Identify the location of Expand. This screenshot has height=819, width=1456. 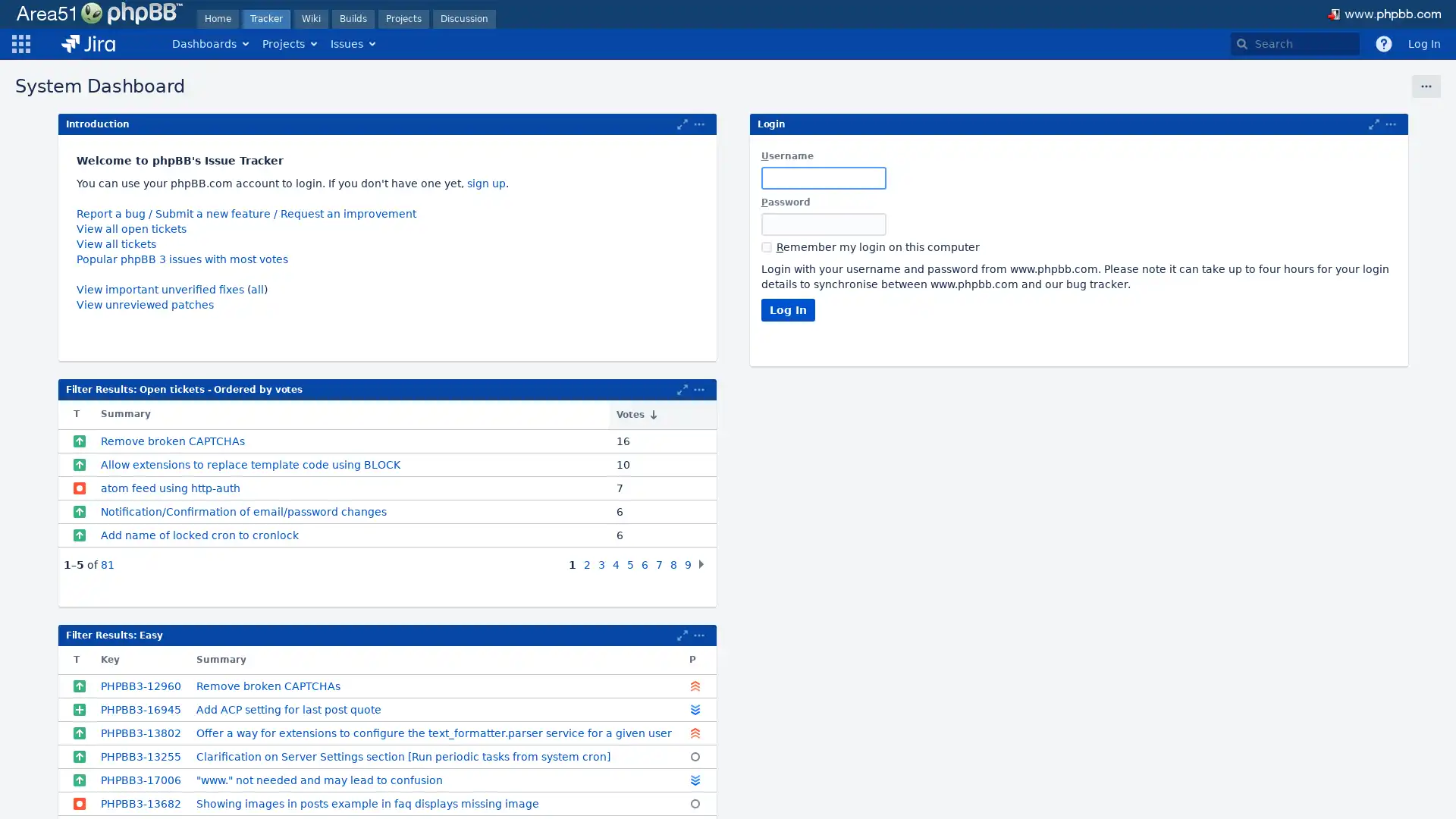
(698, 635).